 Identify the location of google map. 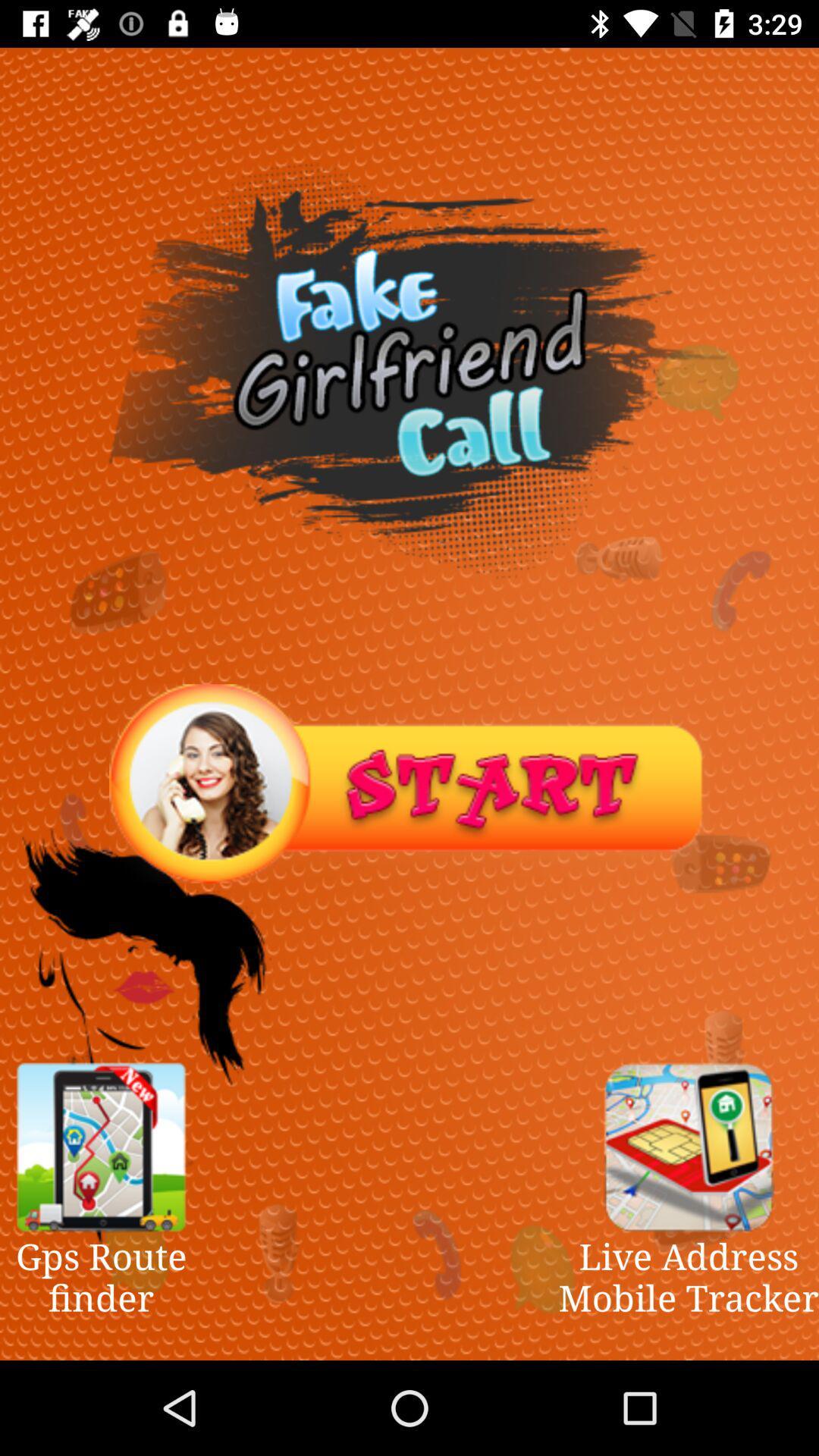
(101, 1147).